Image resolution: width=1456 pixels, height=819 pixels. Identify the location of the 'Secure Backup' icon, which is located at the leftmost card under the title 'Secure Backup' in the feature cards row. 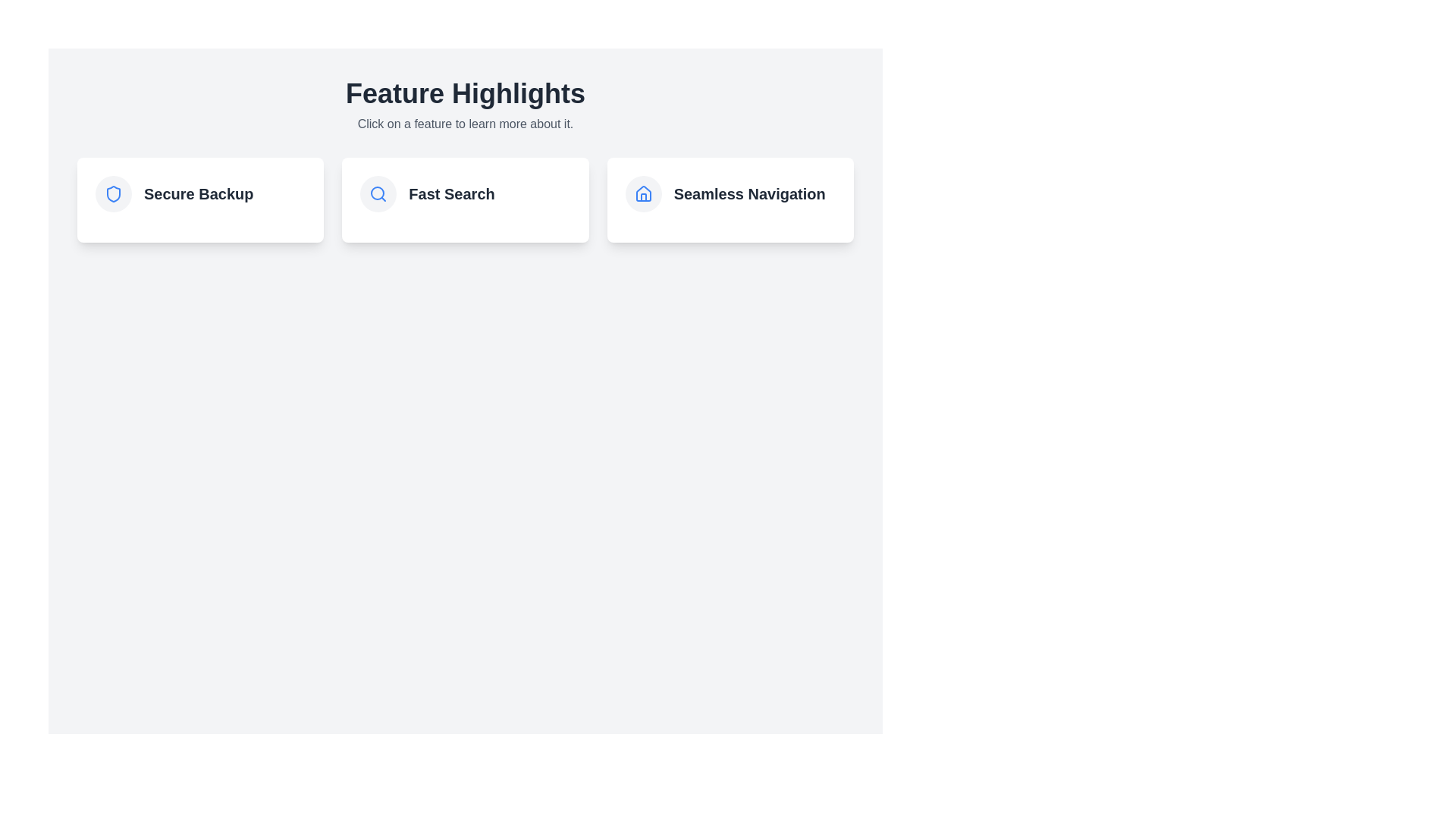
(112, 193).